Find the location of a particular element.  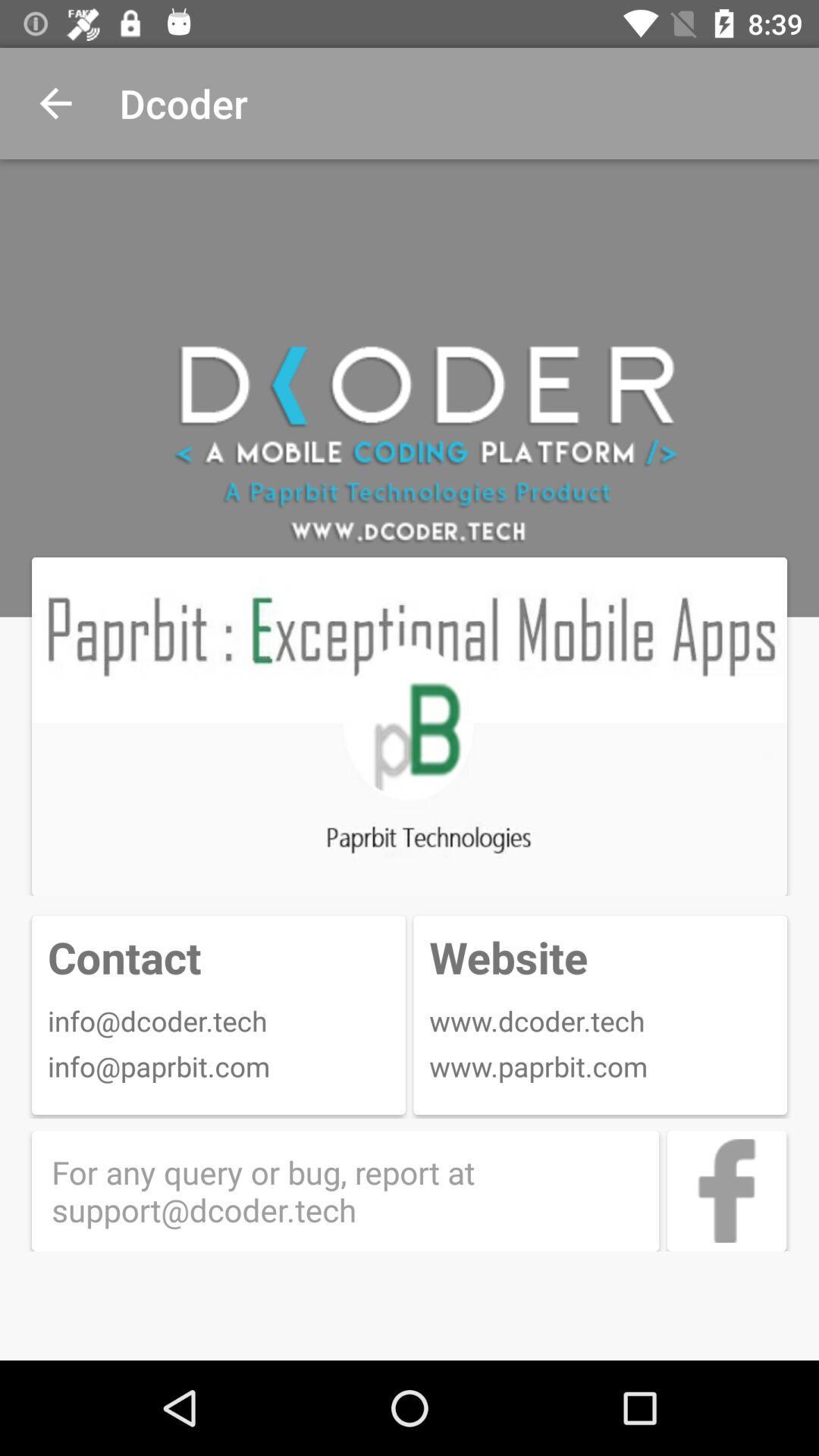

the item to the left of the dcoder app is located at coordinates (55, 102).